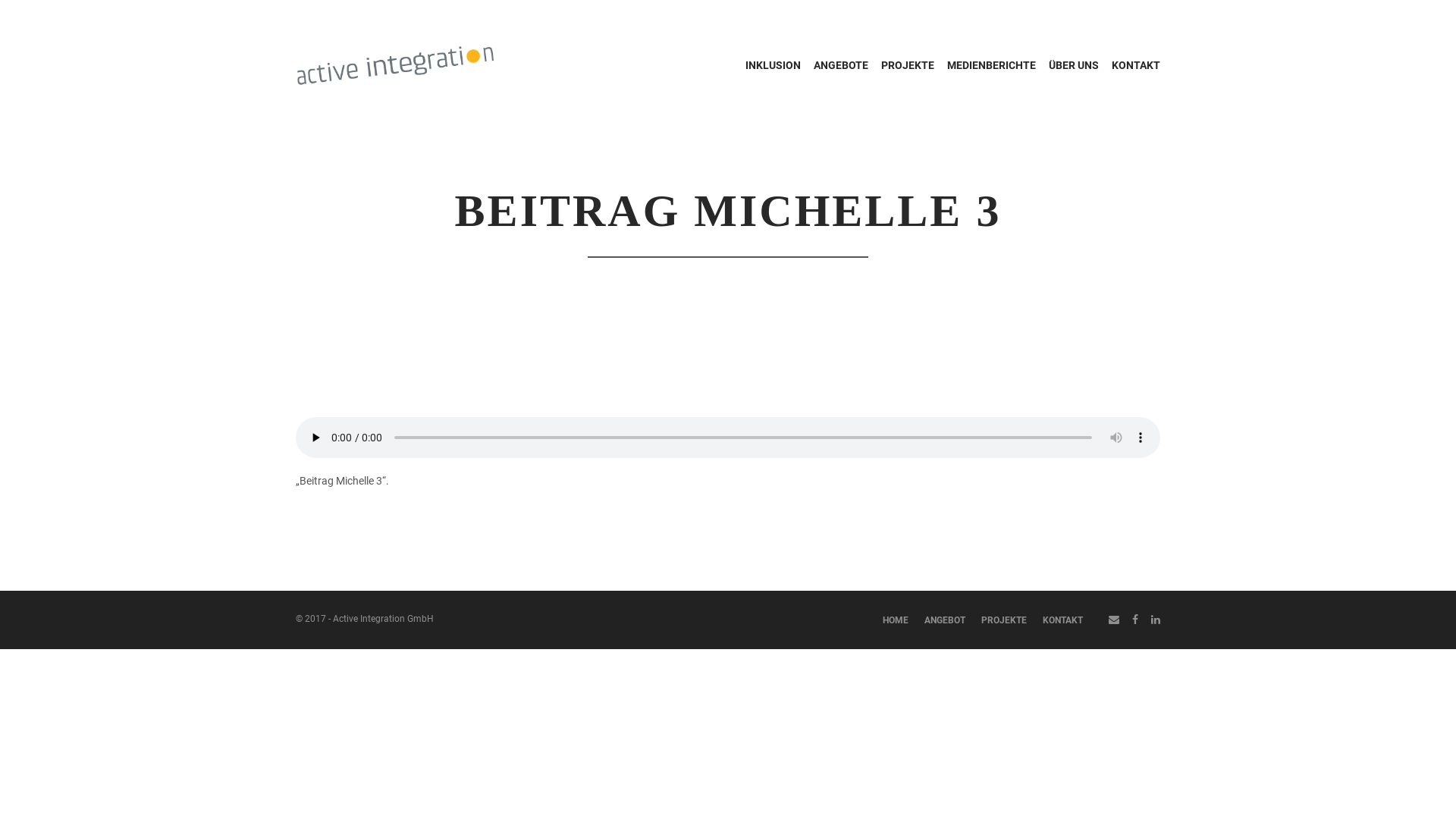  Describe the element at coordinates (895, 620) in the screenshot. I see `'HOME'` at that location.